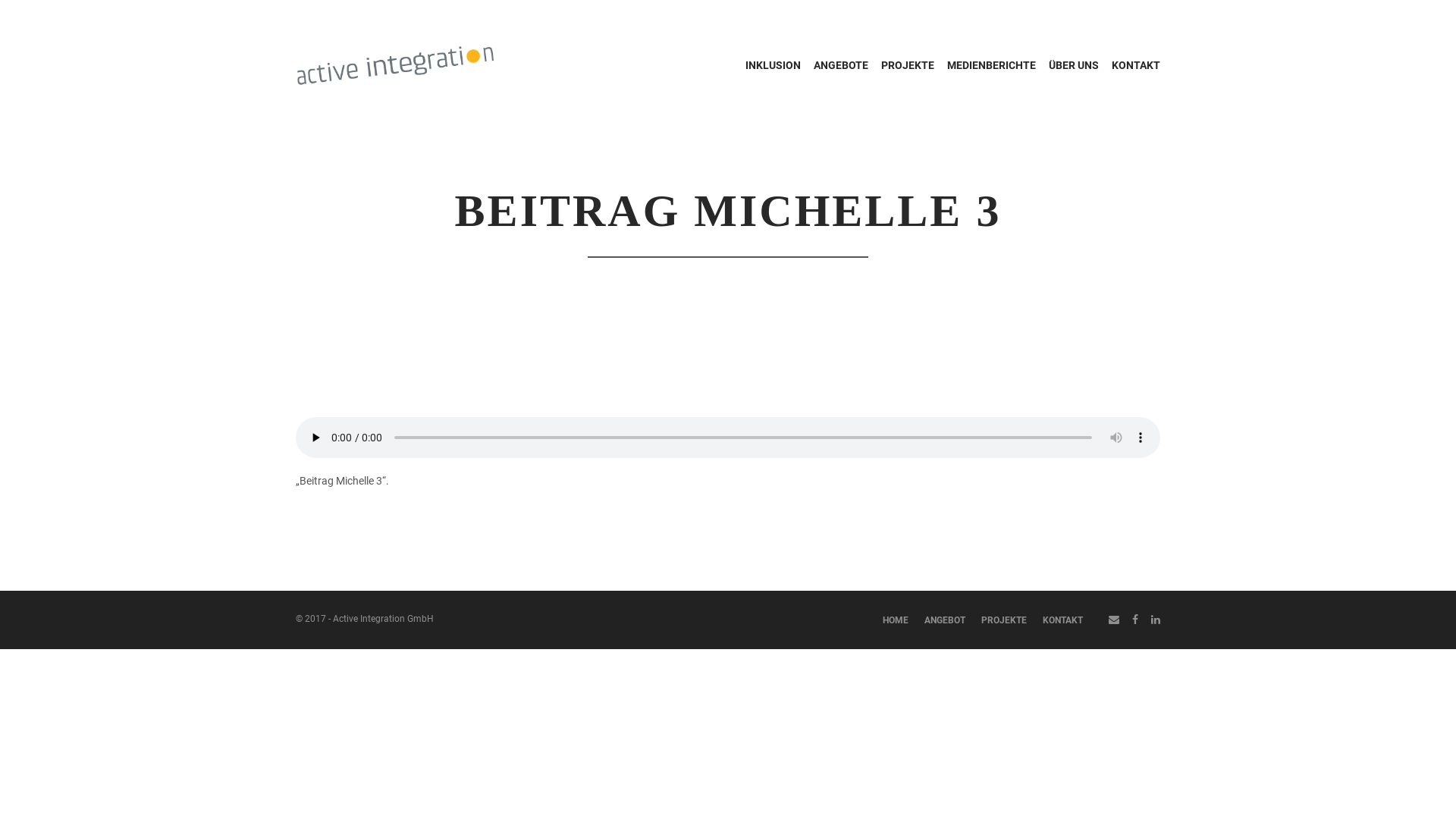  Describe the element at coordinates (895, 620) in the screenshot. I see `'HOME'` at that location.